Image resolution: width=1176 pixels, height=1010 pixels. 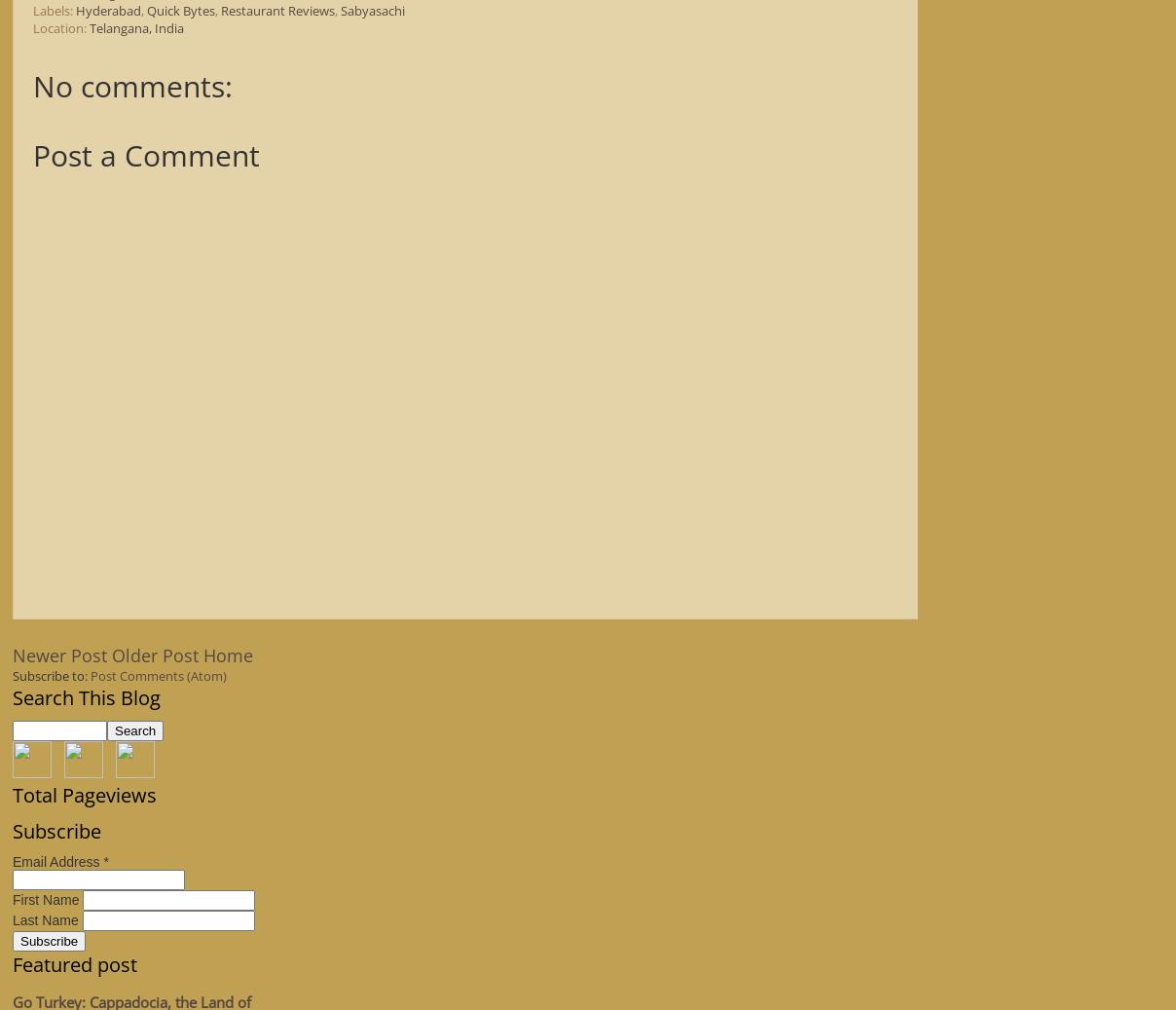 I want to click on 'Labels:', so click(x=54, y=8).